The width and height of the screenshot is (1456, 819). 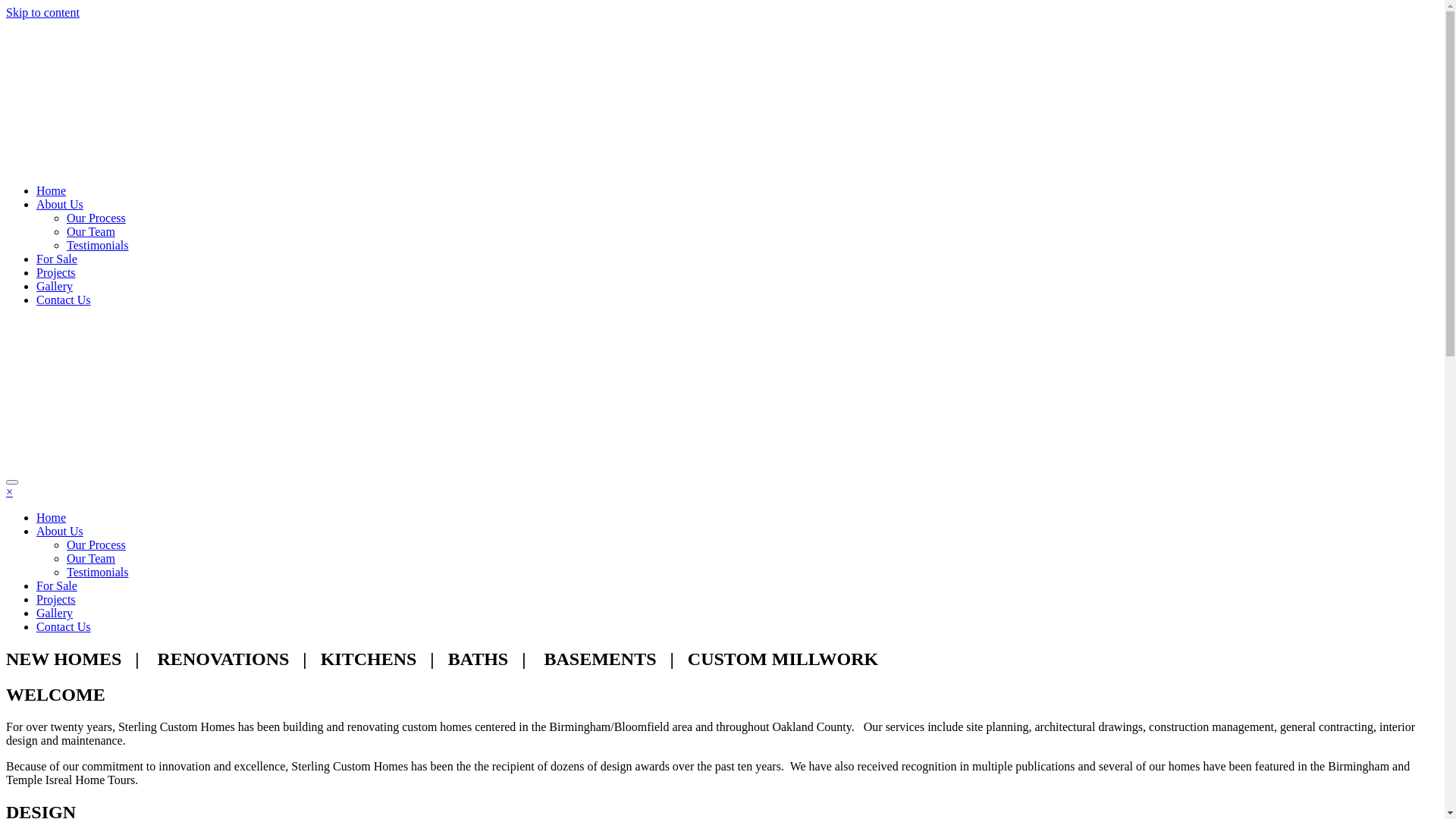 I want to click on 'For Sale', so click(x=57, y=585).